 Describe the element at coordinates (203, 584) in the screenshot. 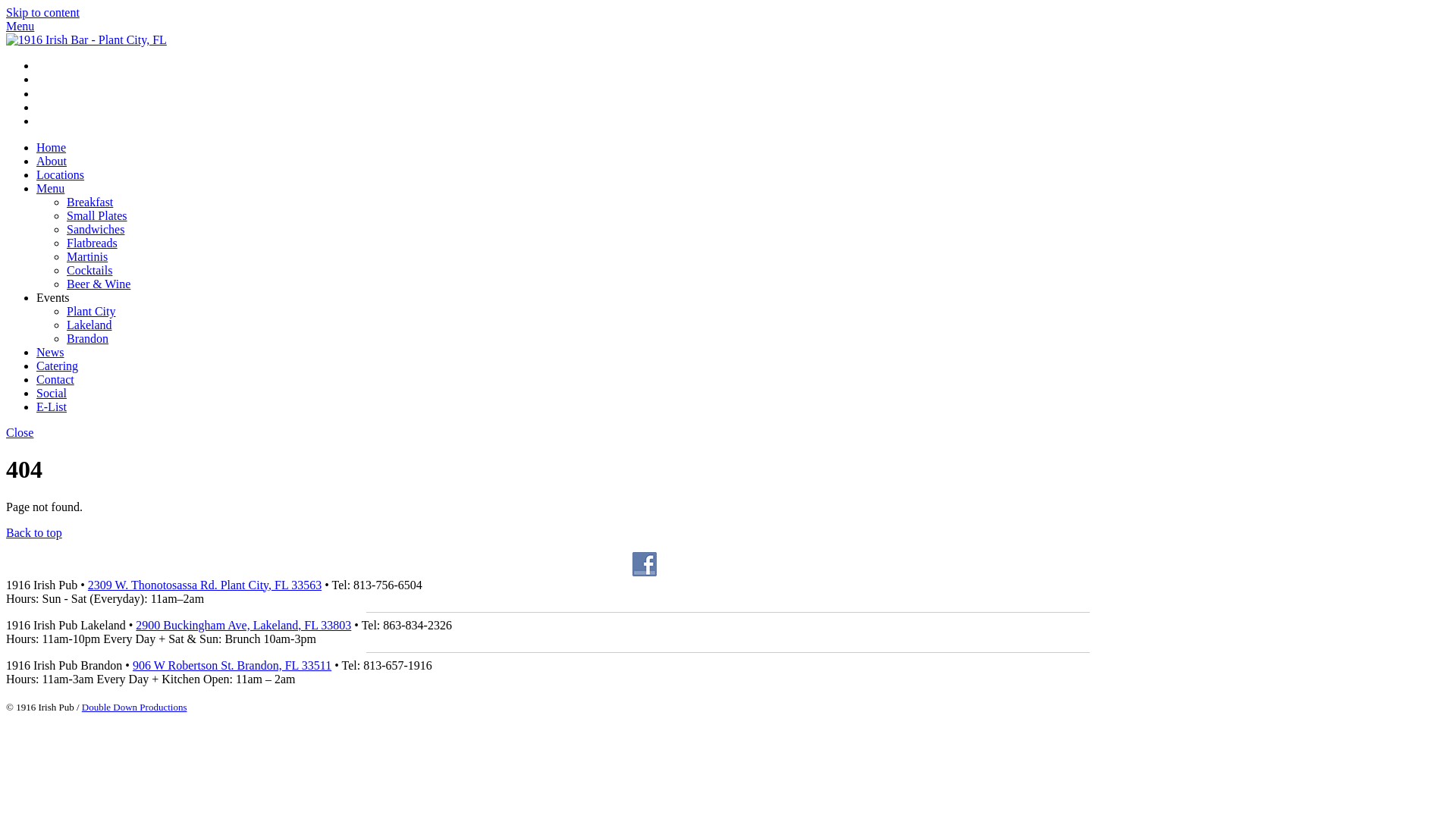

I see `'2309 W. Thonotosassa Rd. Plant City, FL 33563'` at that location.